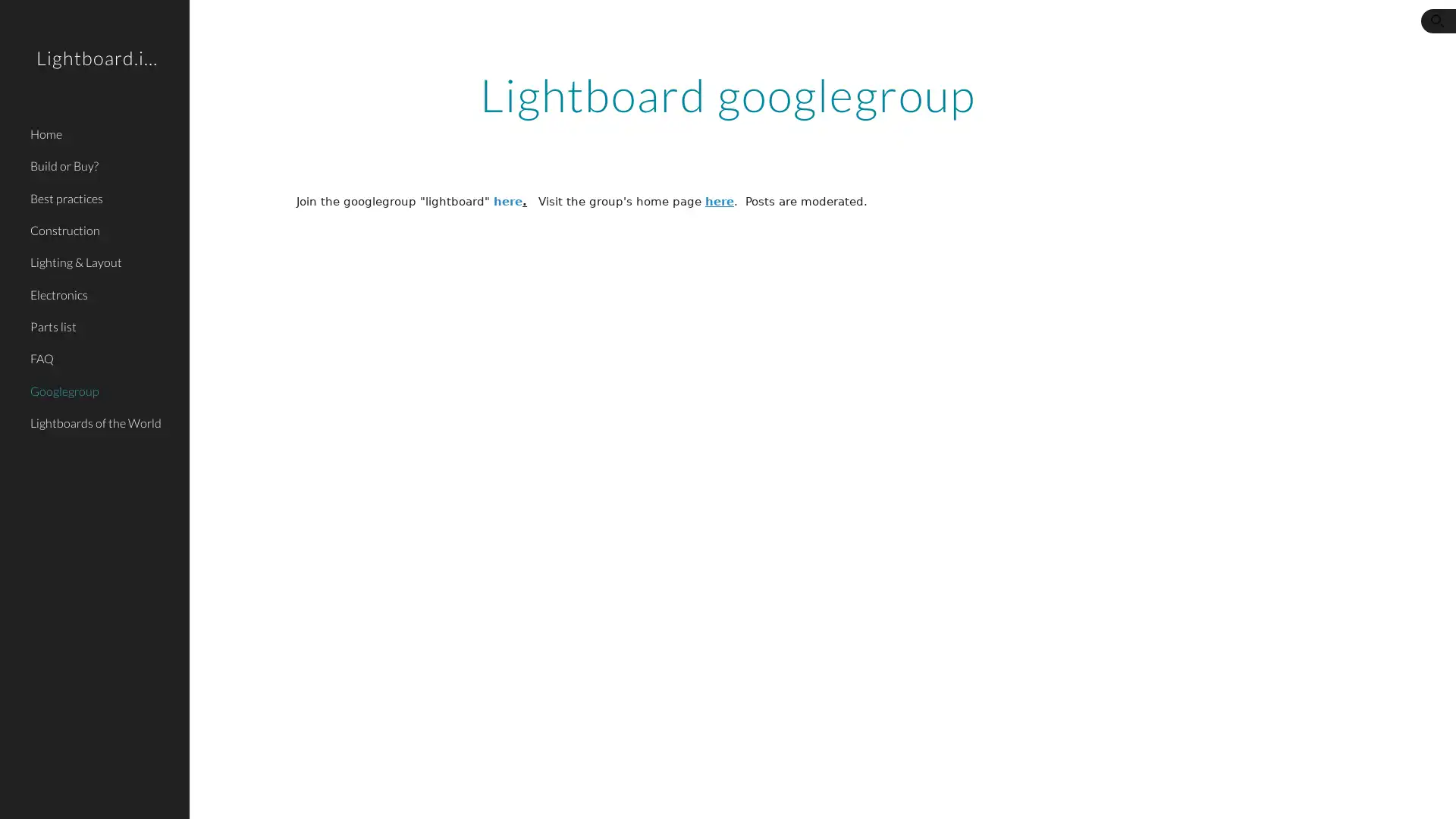  What do you see at coordinates (307, 792) in the screenshot?
I see `Google Sites` at bounding box center [307, 792].